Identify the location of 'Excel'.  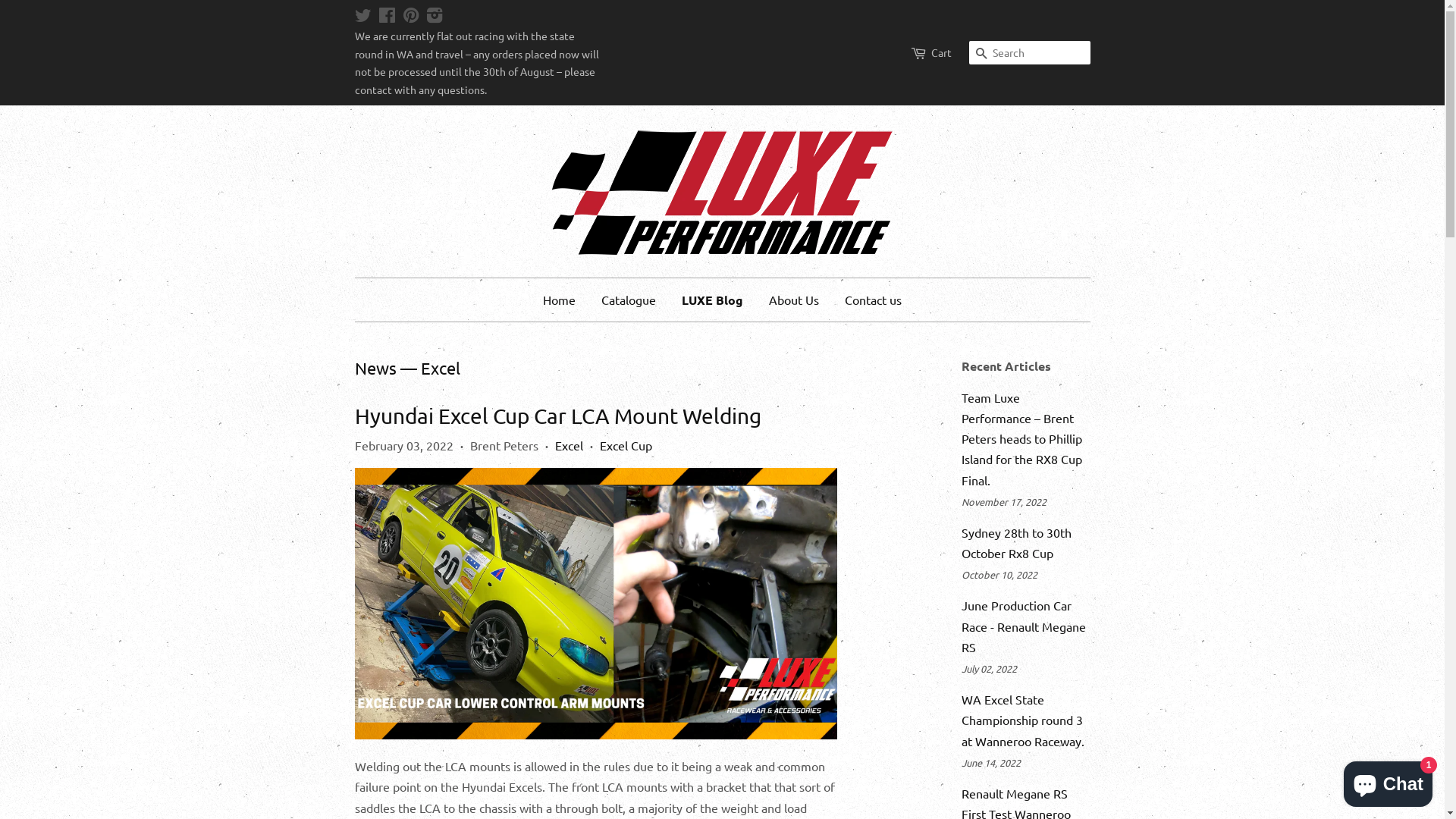
(568, 444).